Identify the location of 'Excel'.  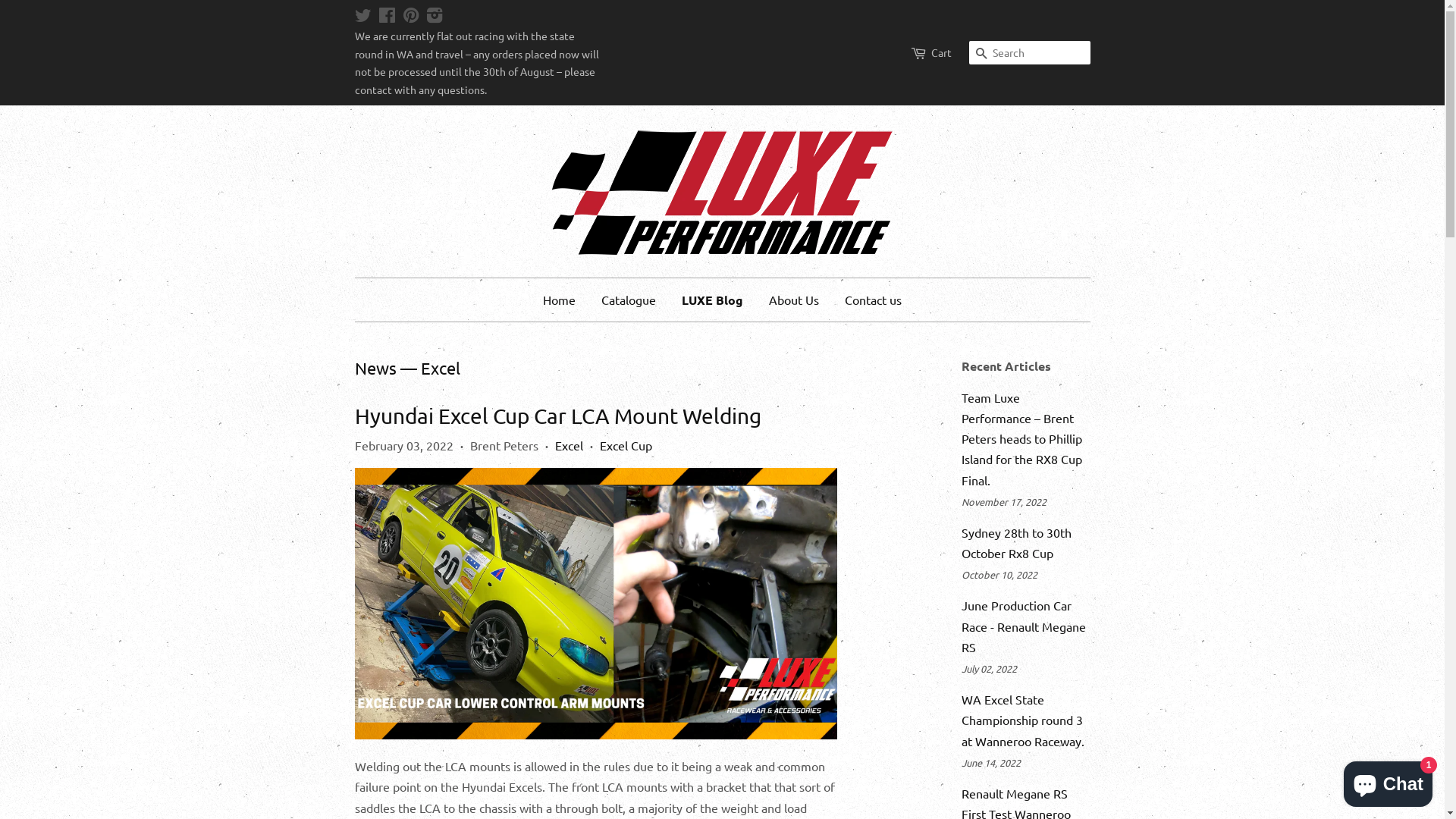
(568, 444).